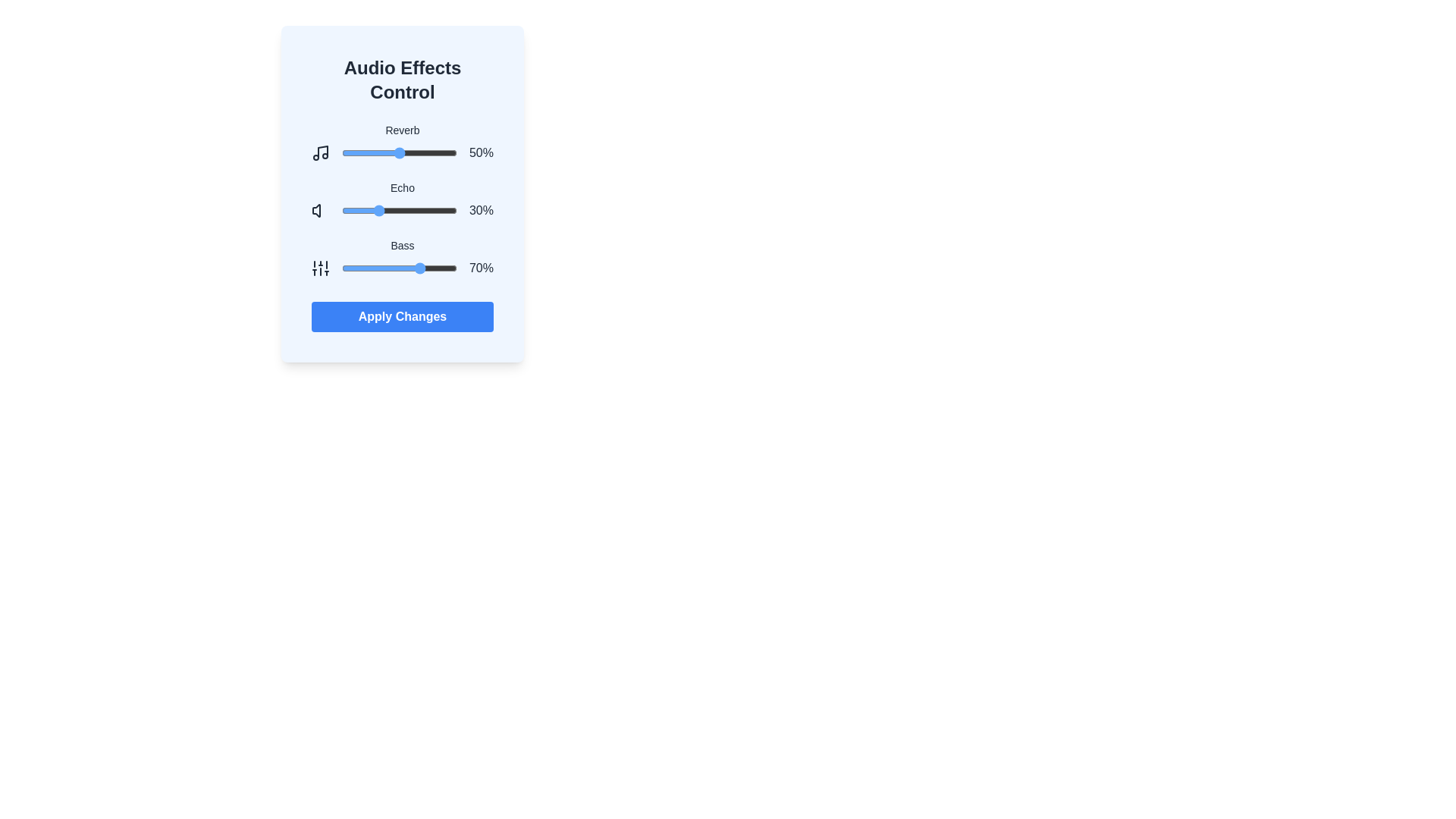 This screenshot has width=1456, height=819. I want to click on the Echo level, so click(437, 210).